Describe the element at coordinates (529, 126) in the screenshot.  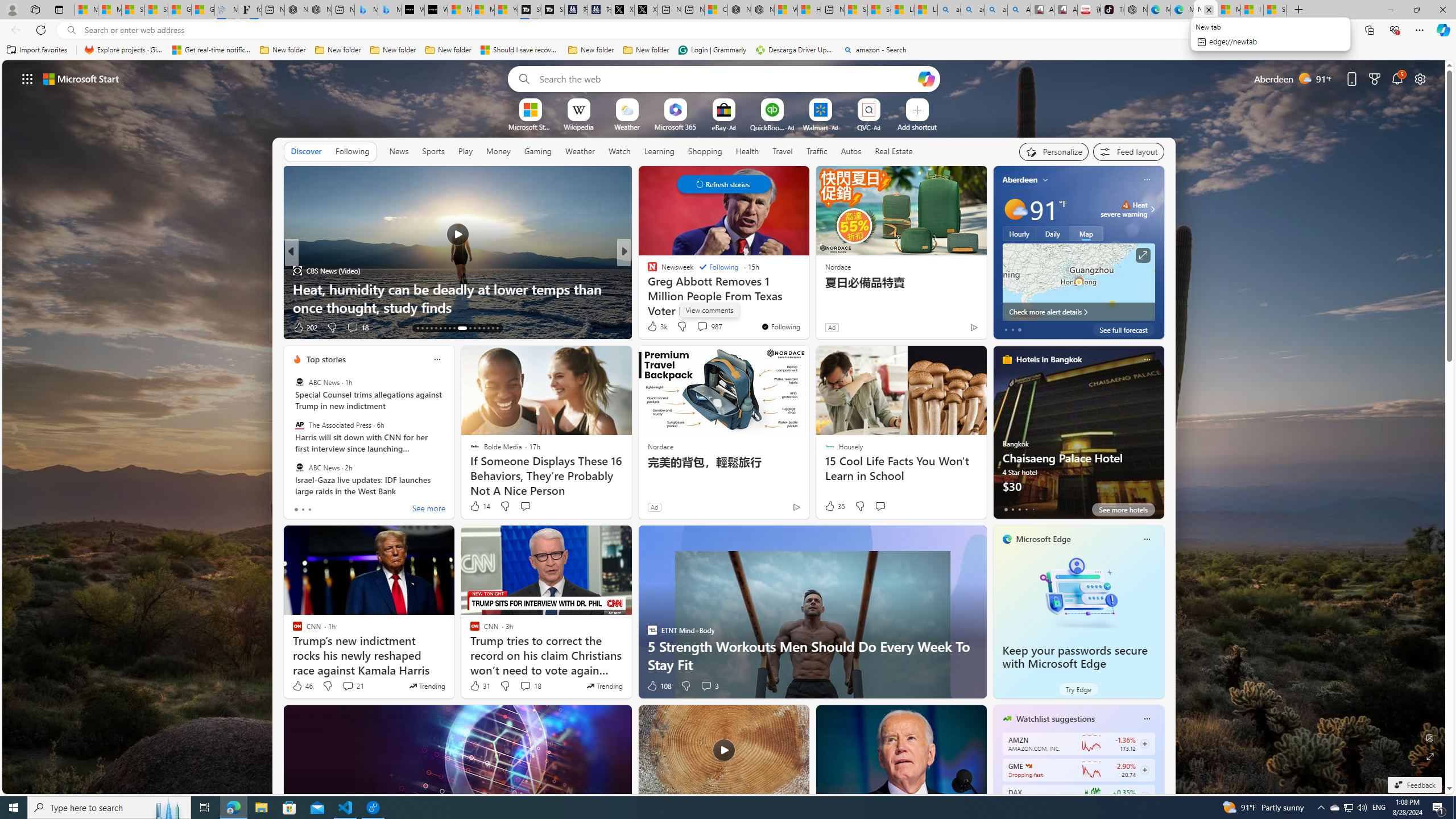
I see `'Microsoft Start Sports'` at that location.